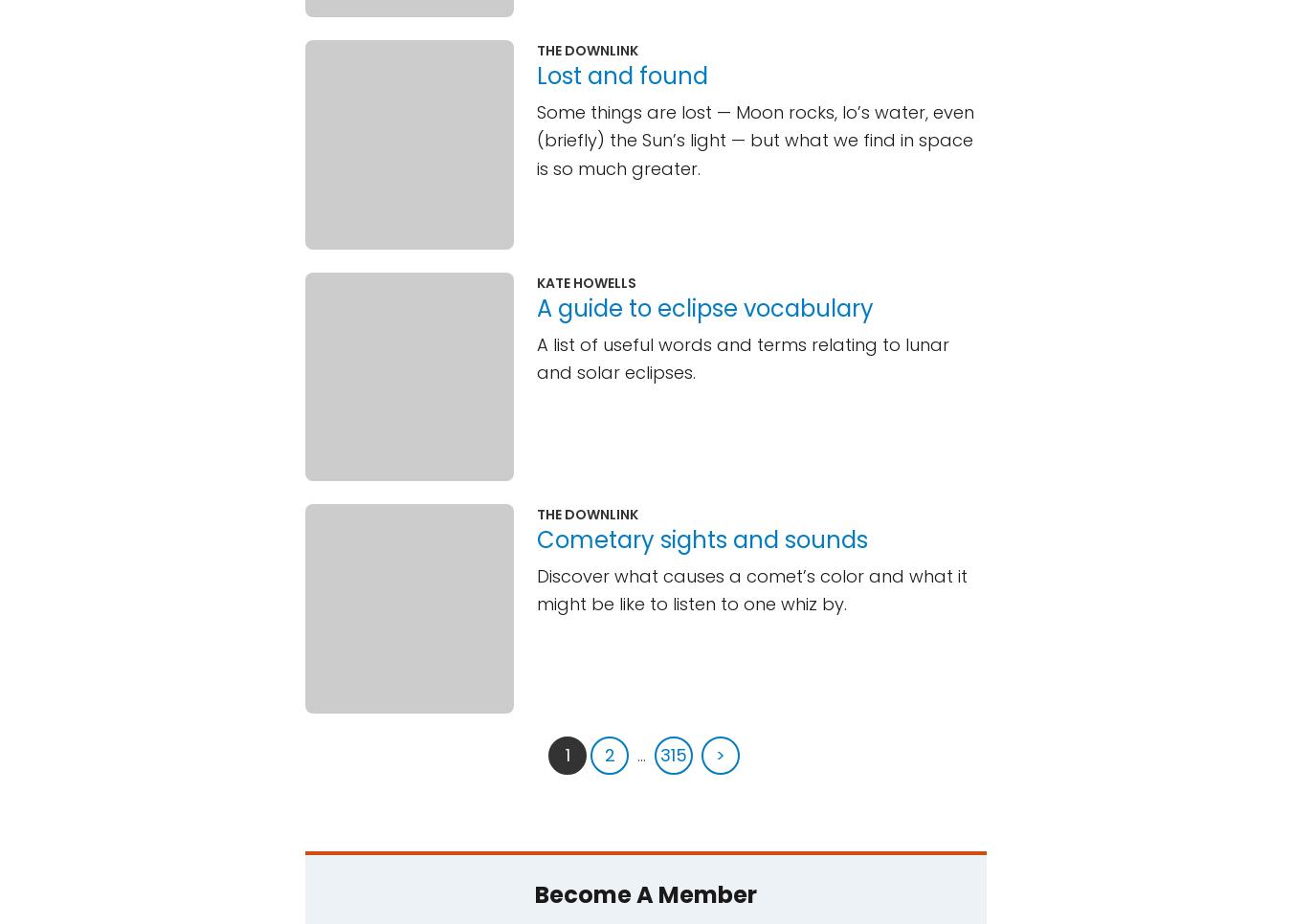 This screenshot has height=924, width=1292. Describe the element at coordinates (646, 893) in the screenshot. I see `'Become A Member'` at that location.